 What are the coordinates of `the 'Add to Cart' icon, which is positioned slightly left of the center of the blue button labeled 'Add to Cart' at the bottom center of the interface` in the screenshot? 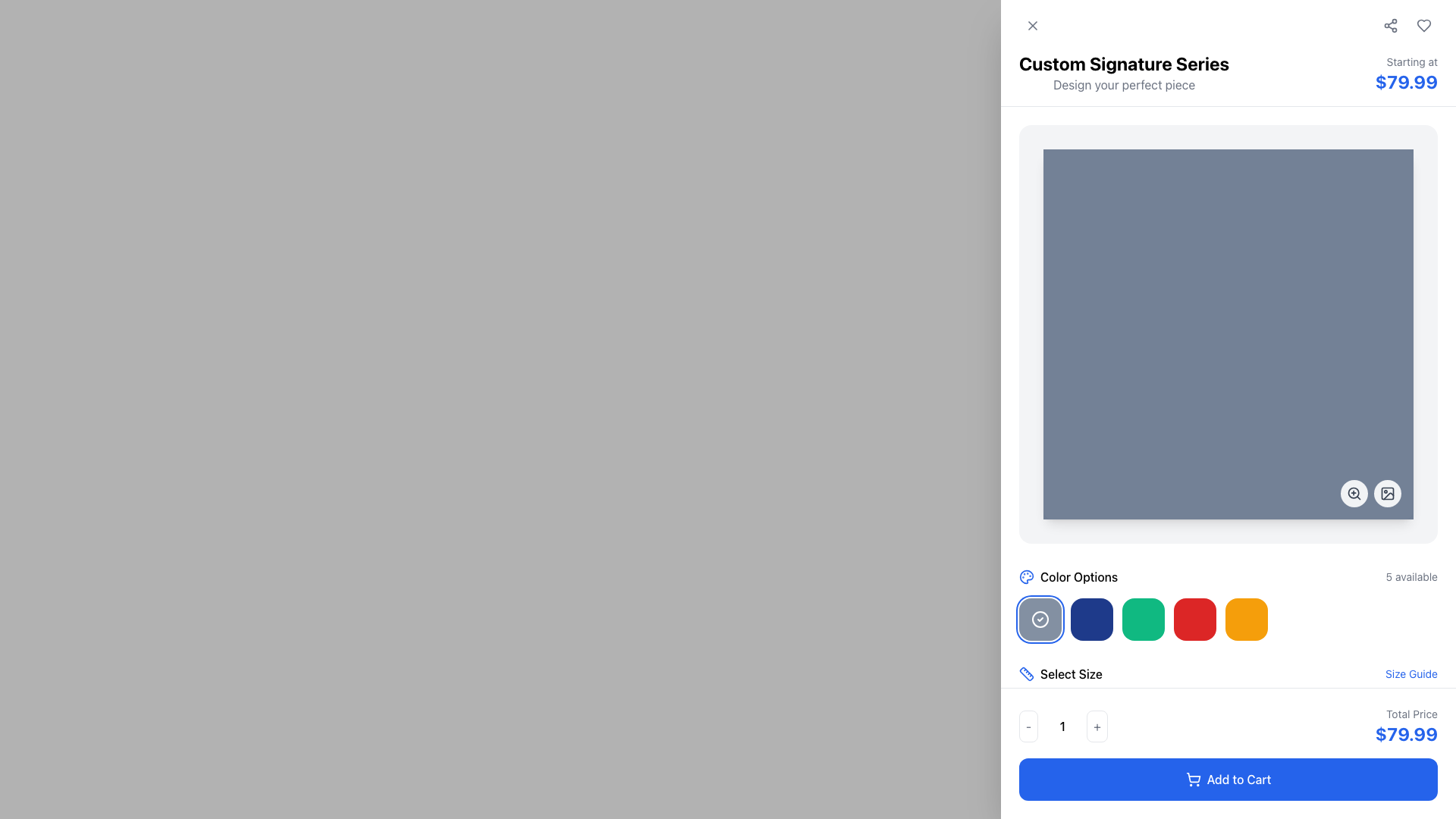 It's located at (1192, 780).